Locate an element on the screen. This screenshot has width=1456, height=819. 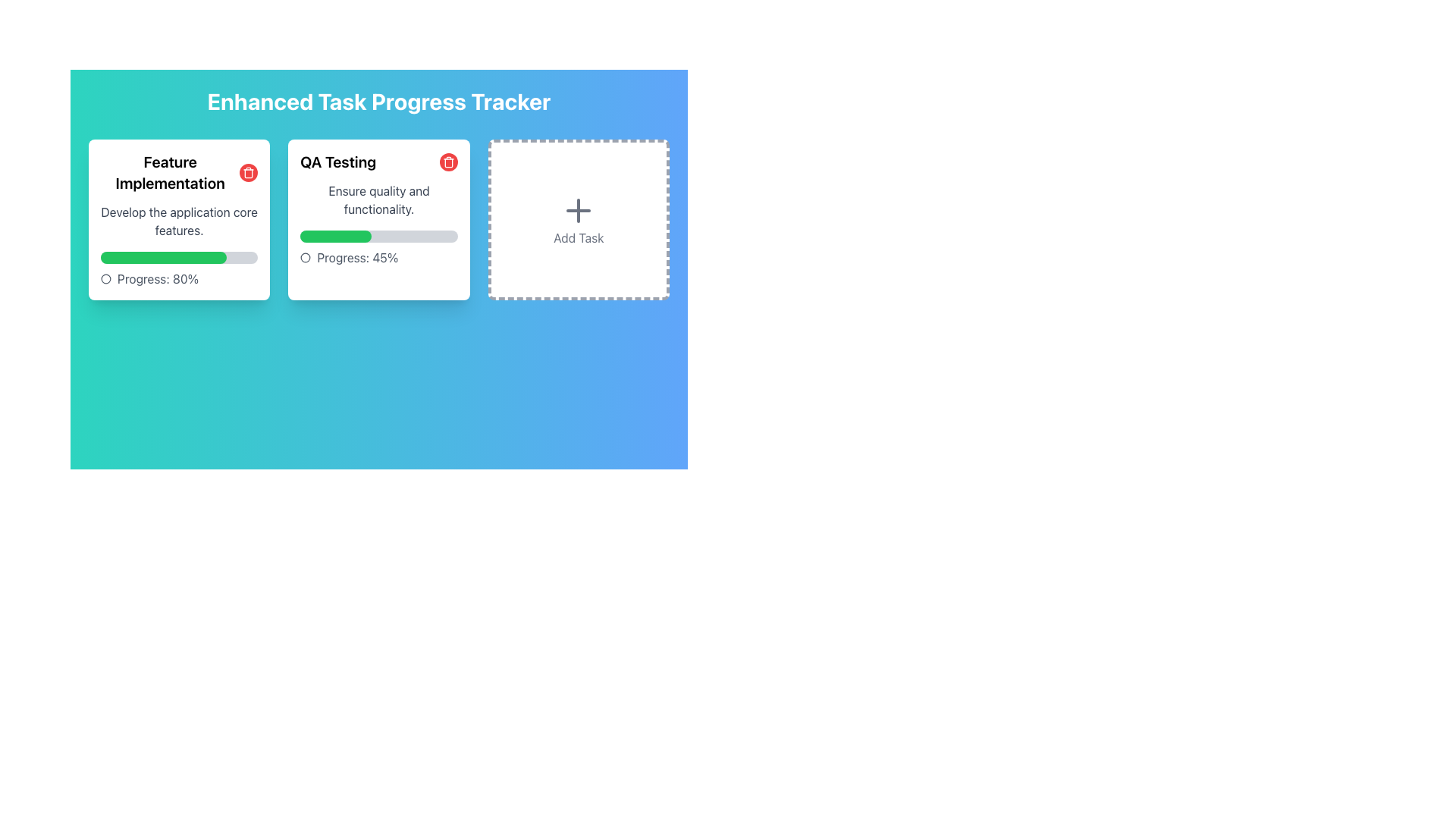
the SVG Circle element located in the 'Feature Implementation' card, positioned near the bottom-left corner below the progress bar is located at coordinates (105, 278).